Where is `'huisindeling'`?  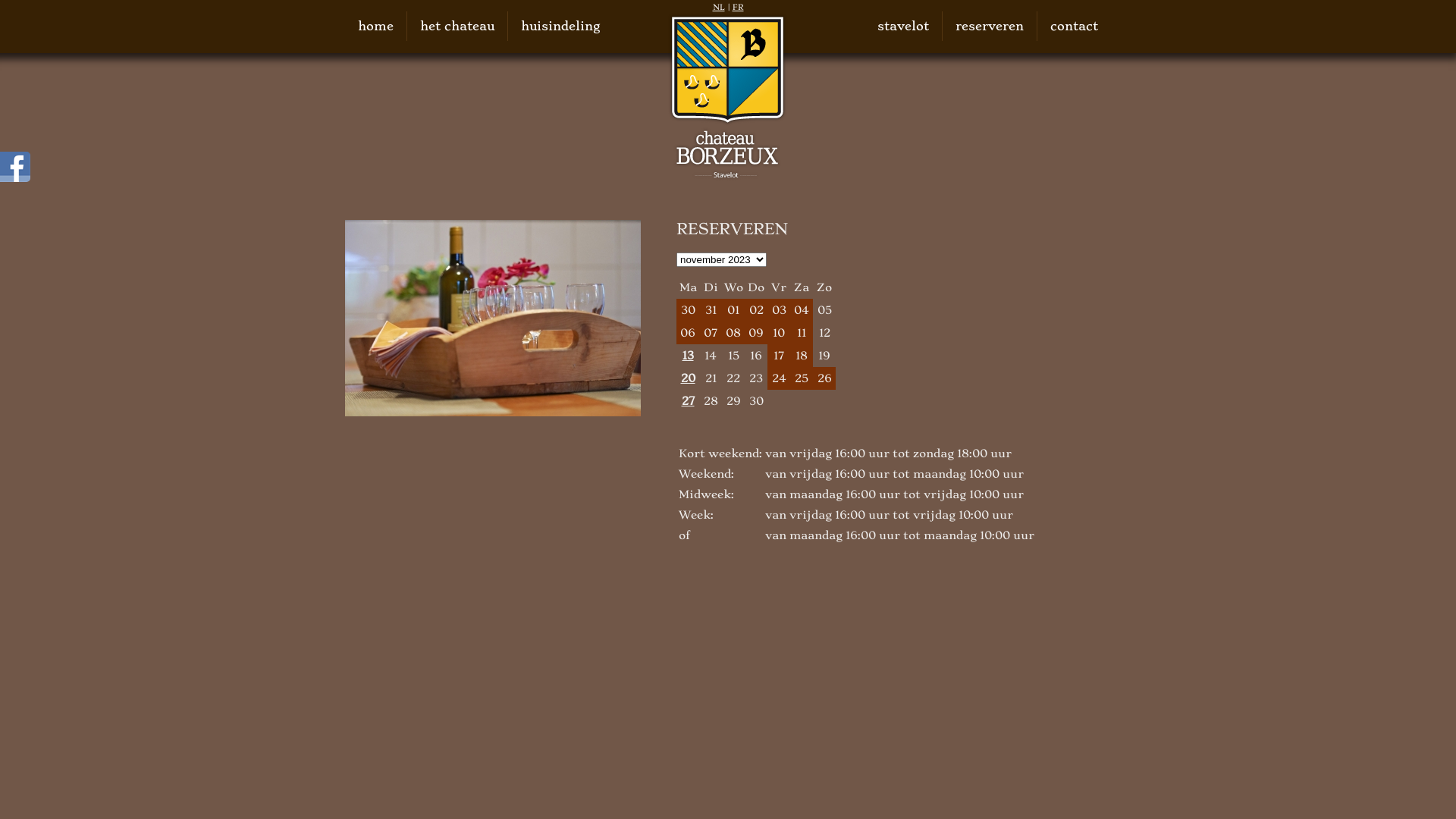
'huisindeling' is located at coordinates (560, 26).